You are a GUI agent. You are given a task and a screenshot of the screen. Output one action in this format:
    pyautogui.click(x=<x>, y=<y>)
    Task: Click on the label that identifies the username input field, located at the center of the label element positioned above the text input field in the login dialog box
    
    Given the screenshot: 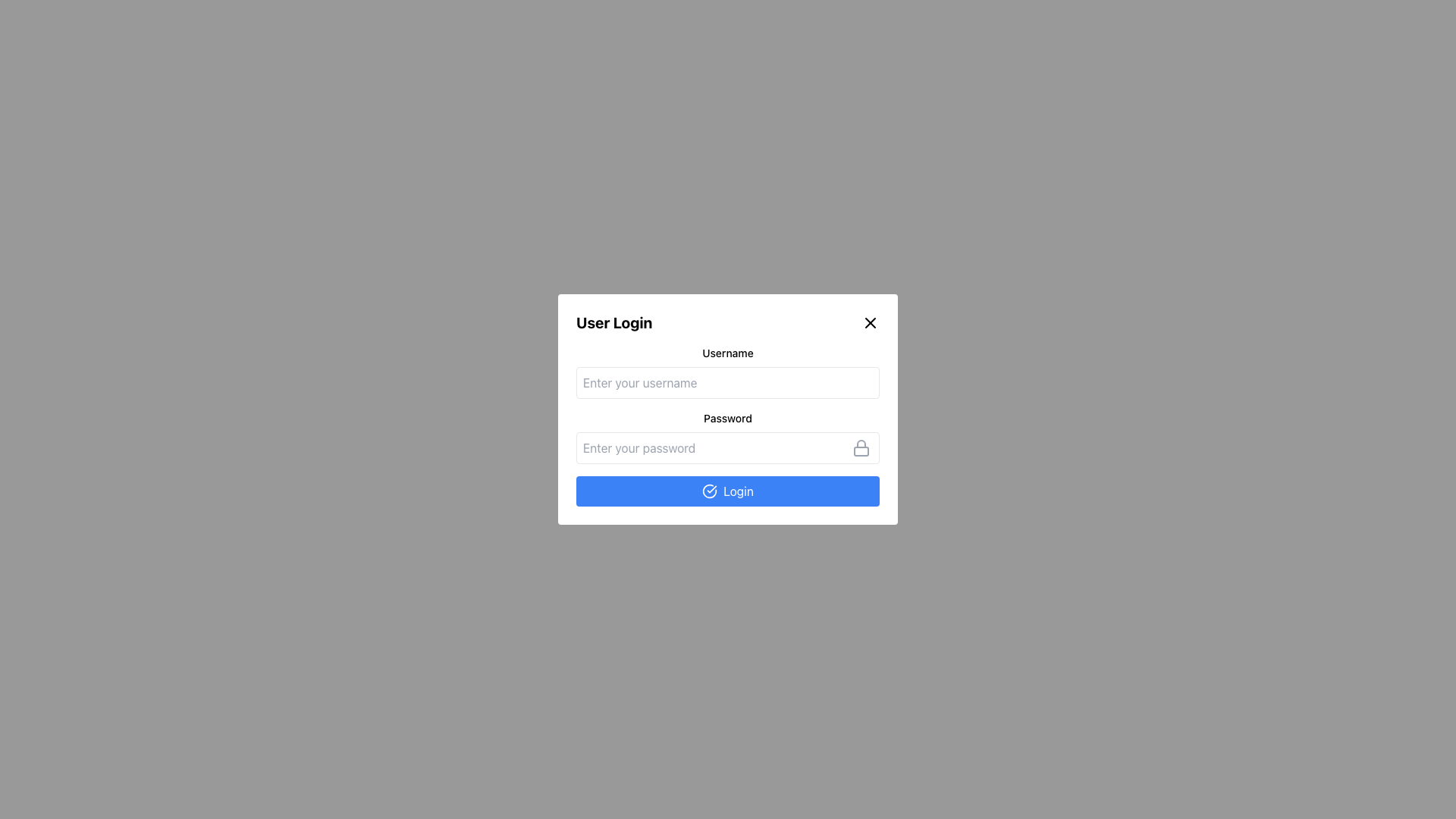 What is the action you would take?
    pyautogui.click(x=728, y=353)
    